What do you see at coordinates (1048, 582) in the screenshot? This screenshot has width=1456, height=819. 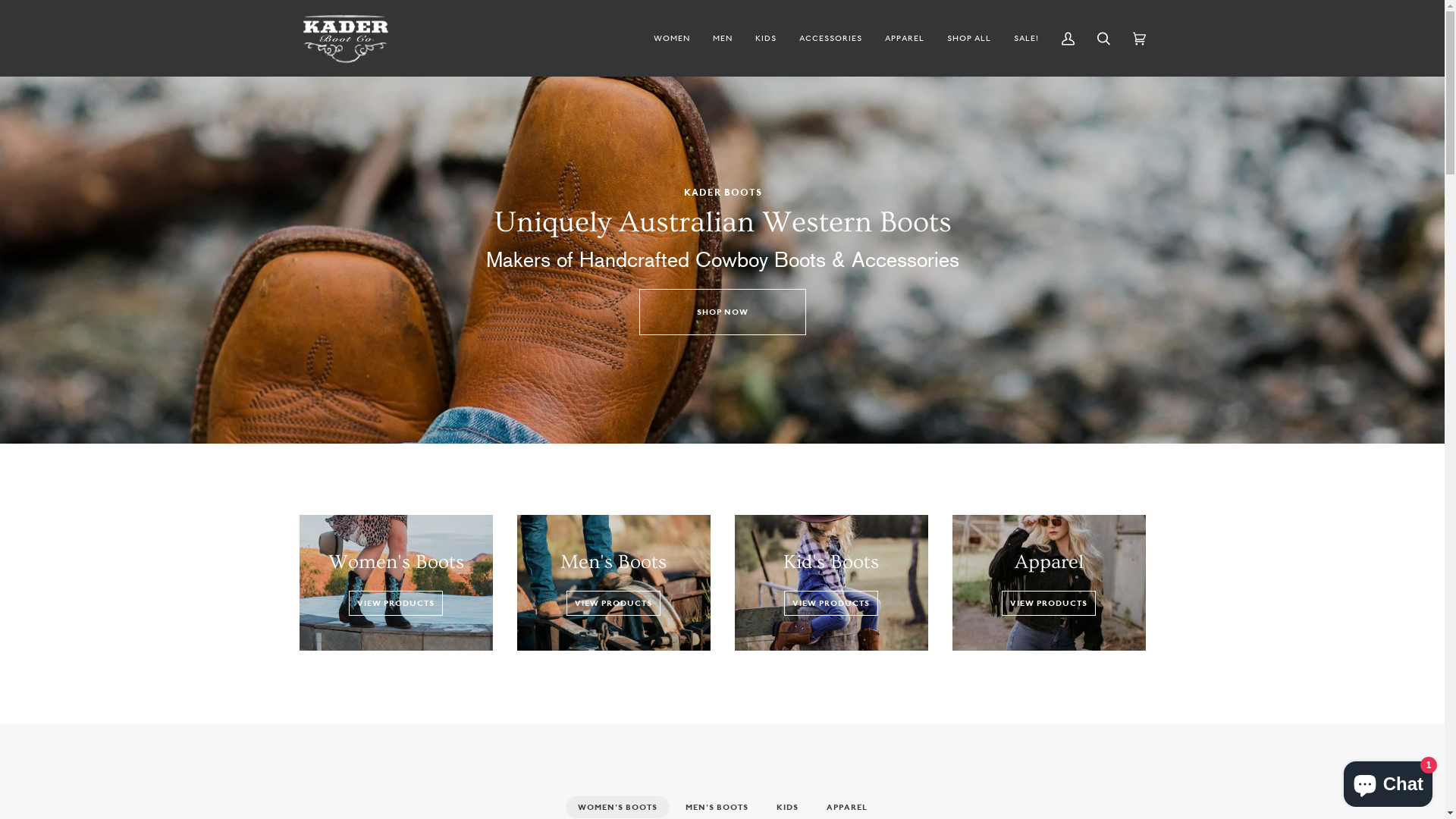 I see `'Apparel` at bounding box center [1048, 582].